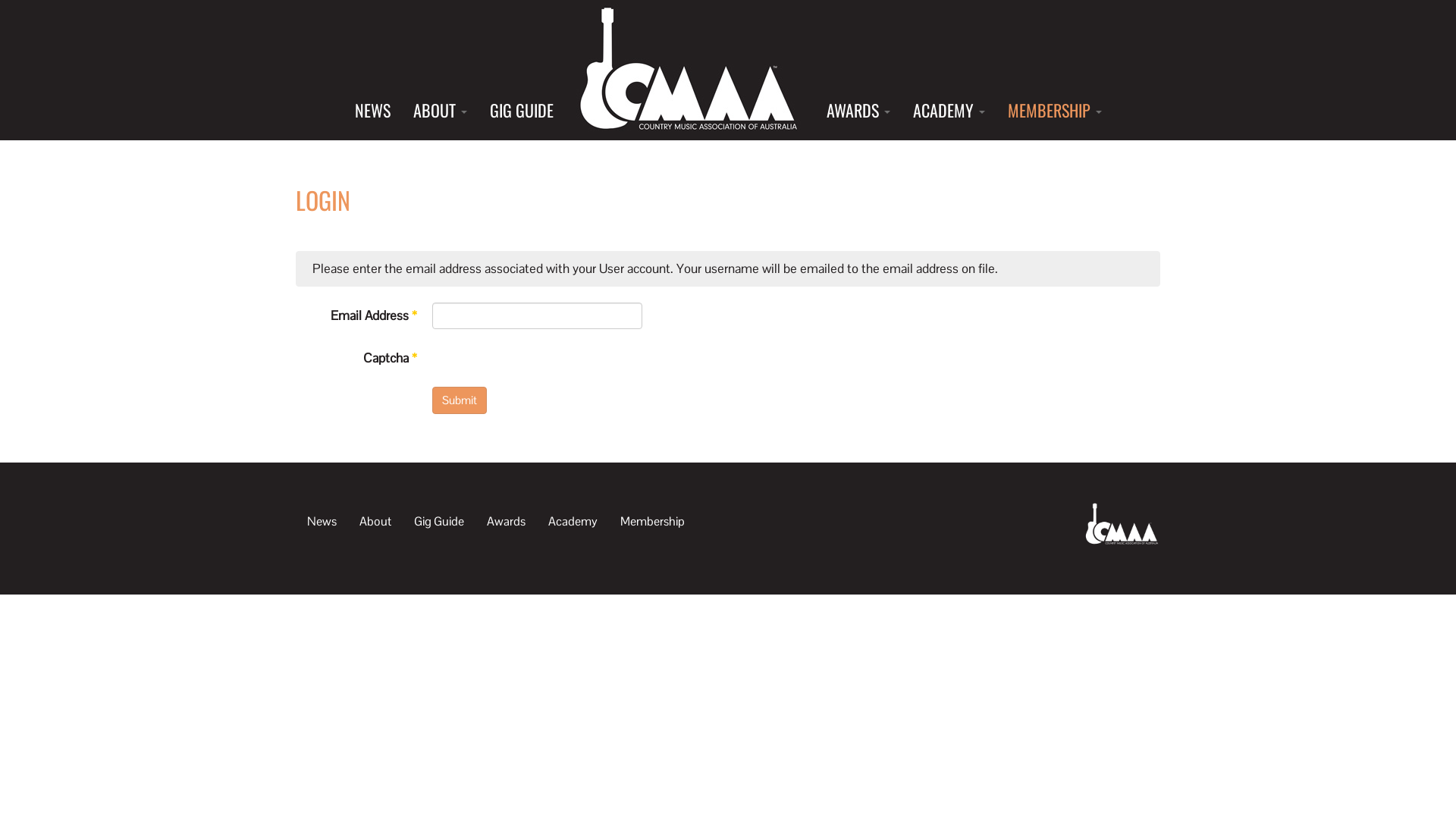  I want to click on 'Submit', so click(458, 399).